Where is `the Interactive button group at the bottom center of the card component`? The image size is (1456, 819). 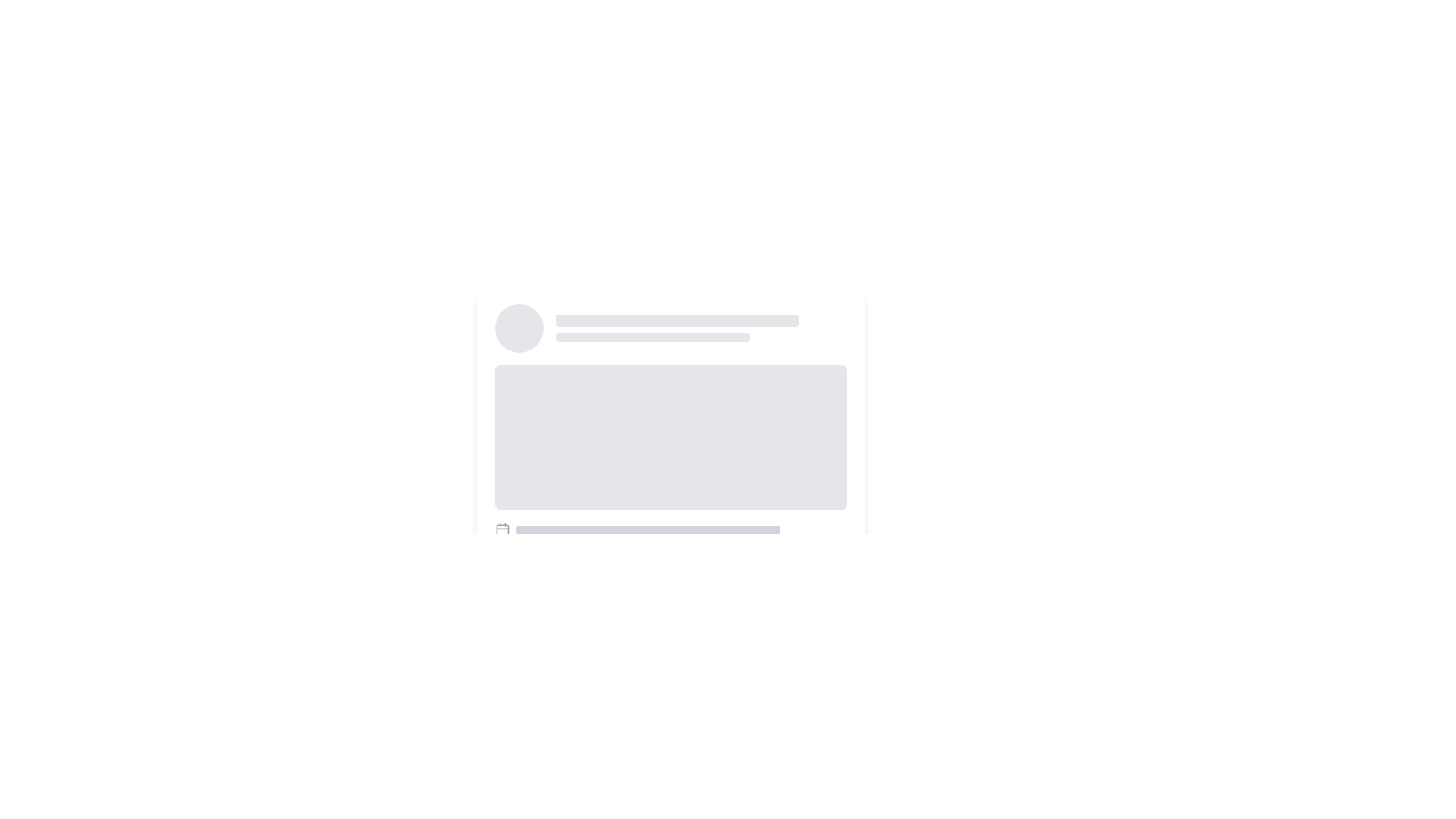
the Interactive button group at the bottom center of the card component is located at coordinates (670, 620).